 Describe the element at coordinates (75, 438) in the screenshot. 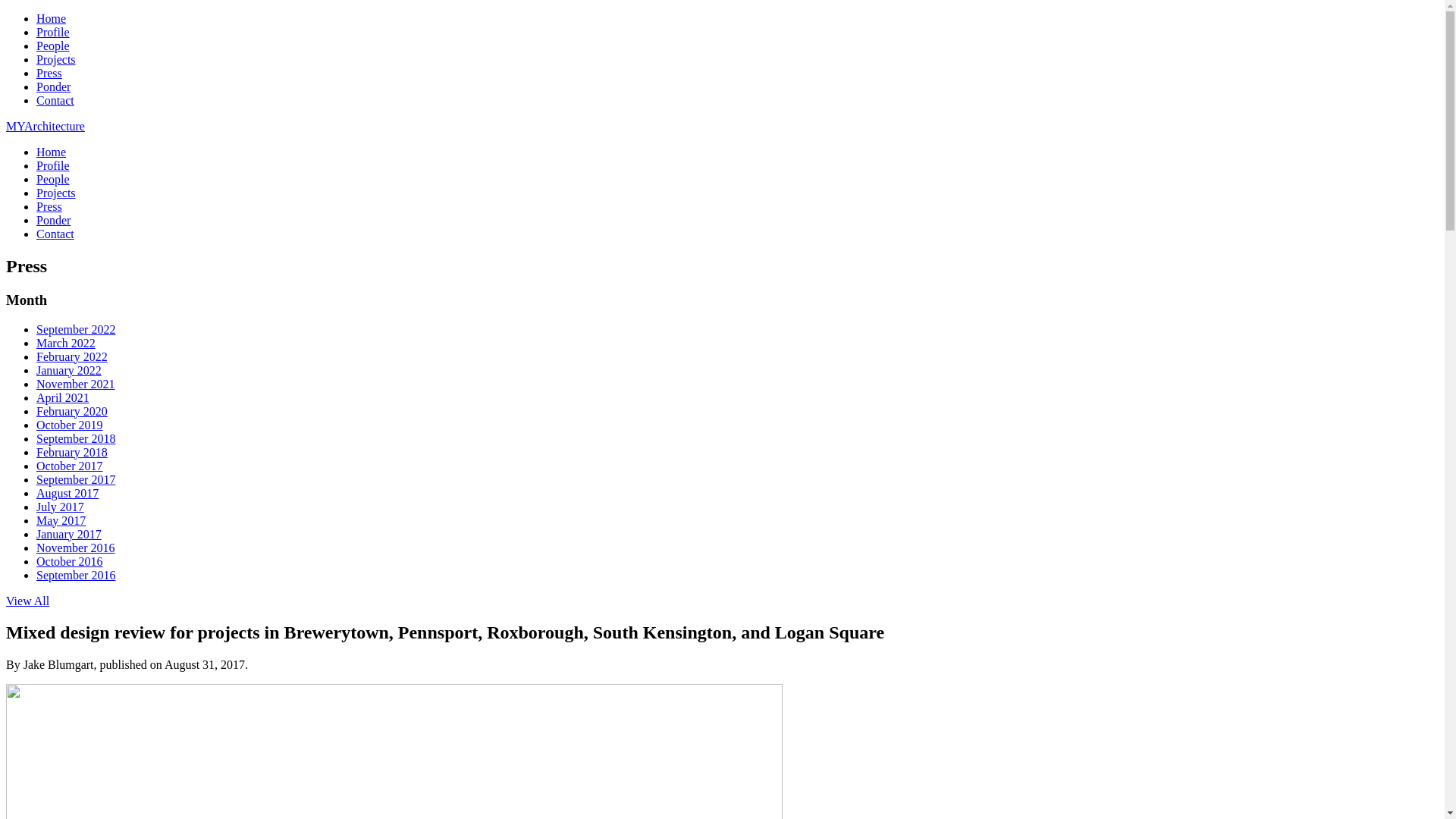

I see `'September 2018'` at that location.